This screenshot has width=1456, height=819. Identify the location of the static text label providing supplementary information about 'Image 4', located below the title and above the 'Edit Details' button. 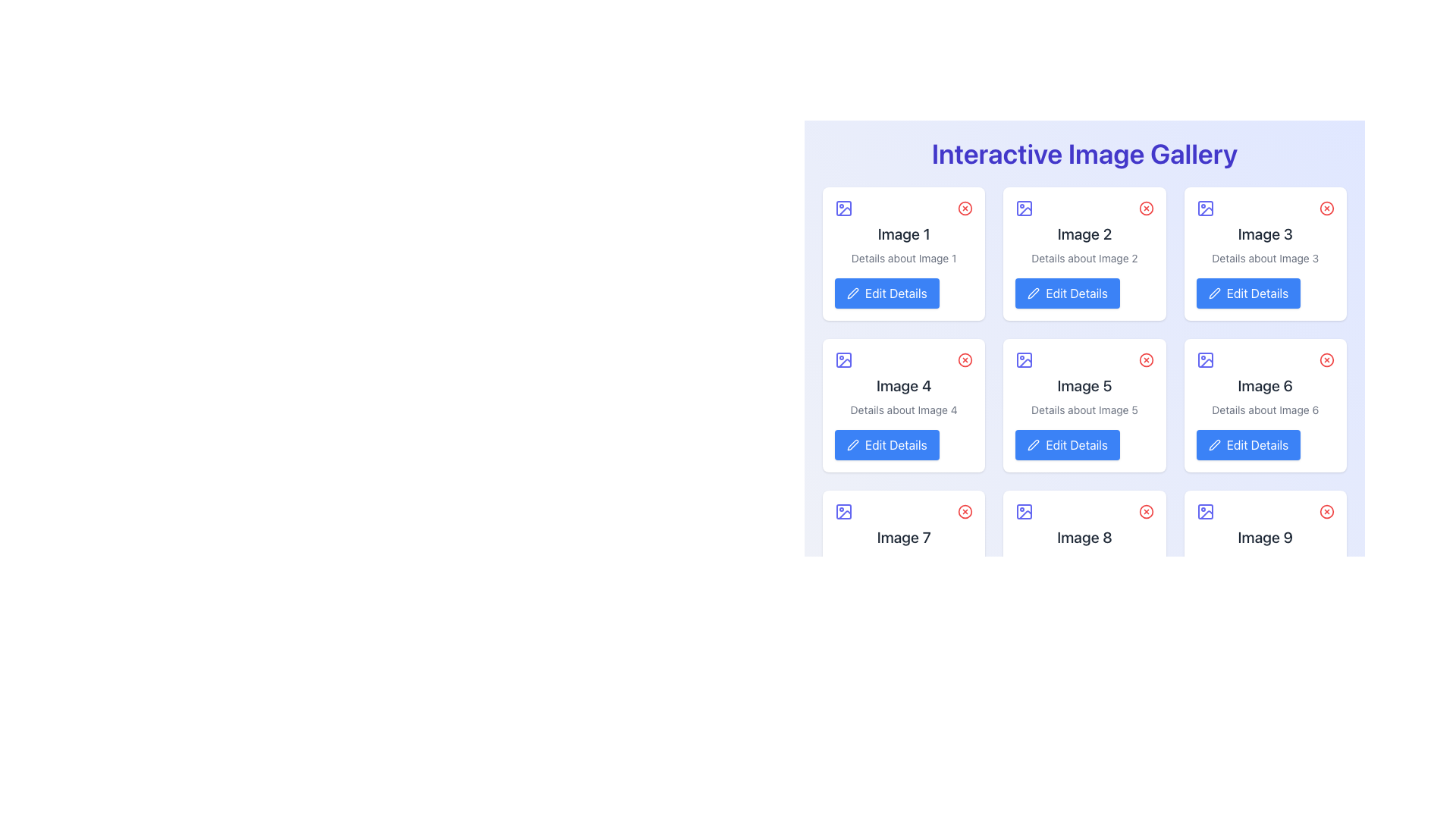
(904, 409).